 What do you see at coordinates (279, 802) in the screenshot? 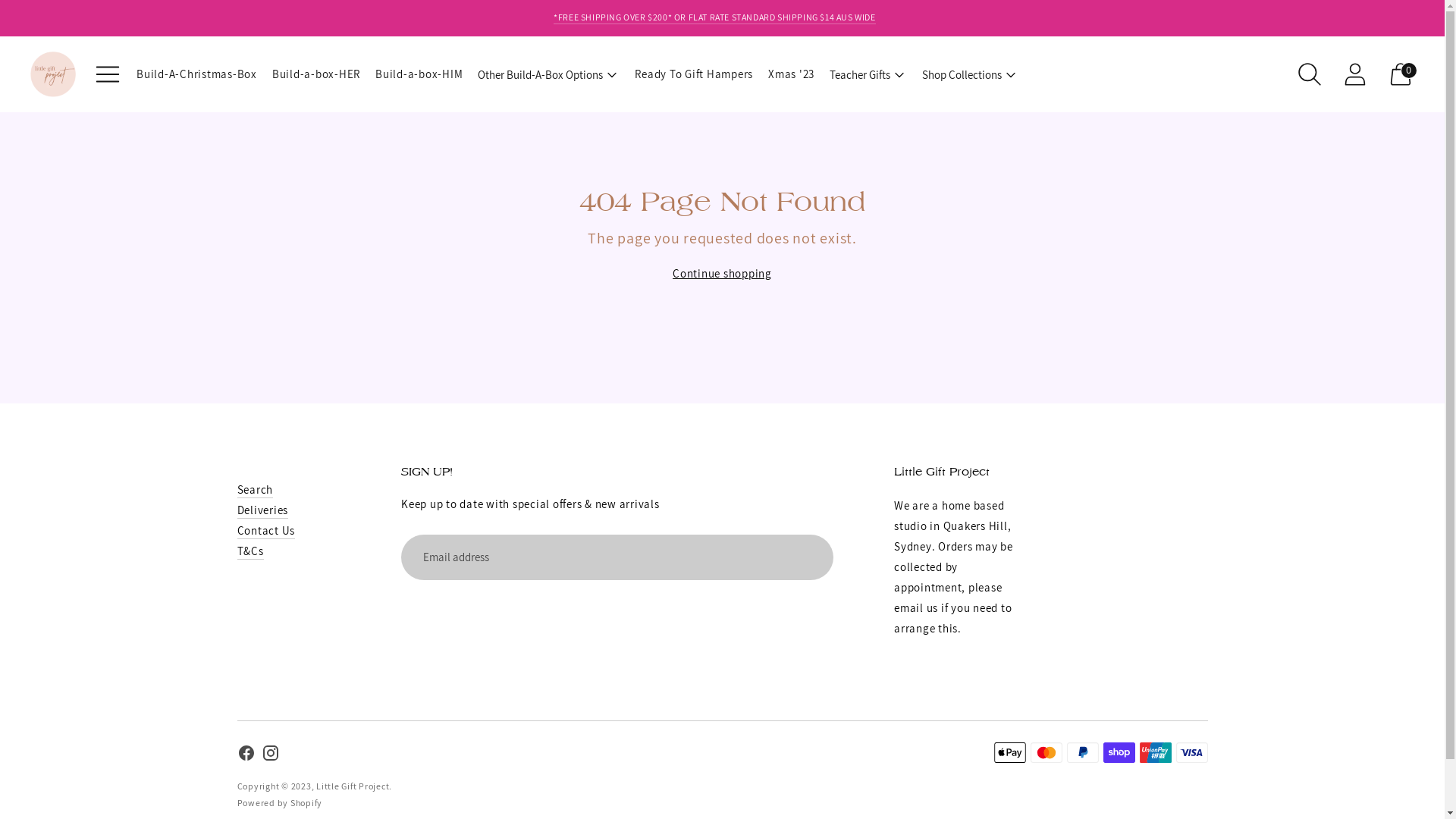
I see `'Powered by Shopify'` at bounding box center [279, 802].